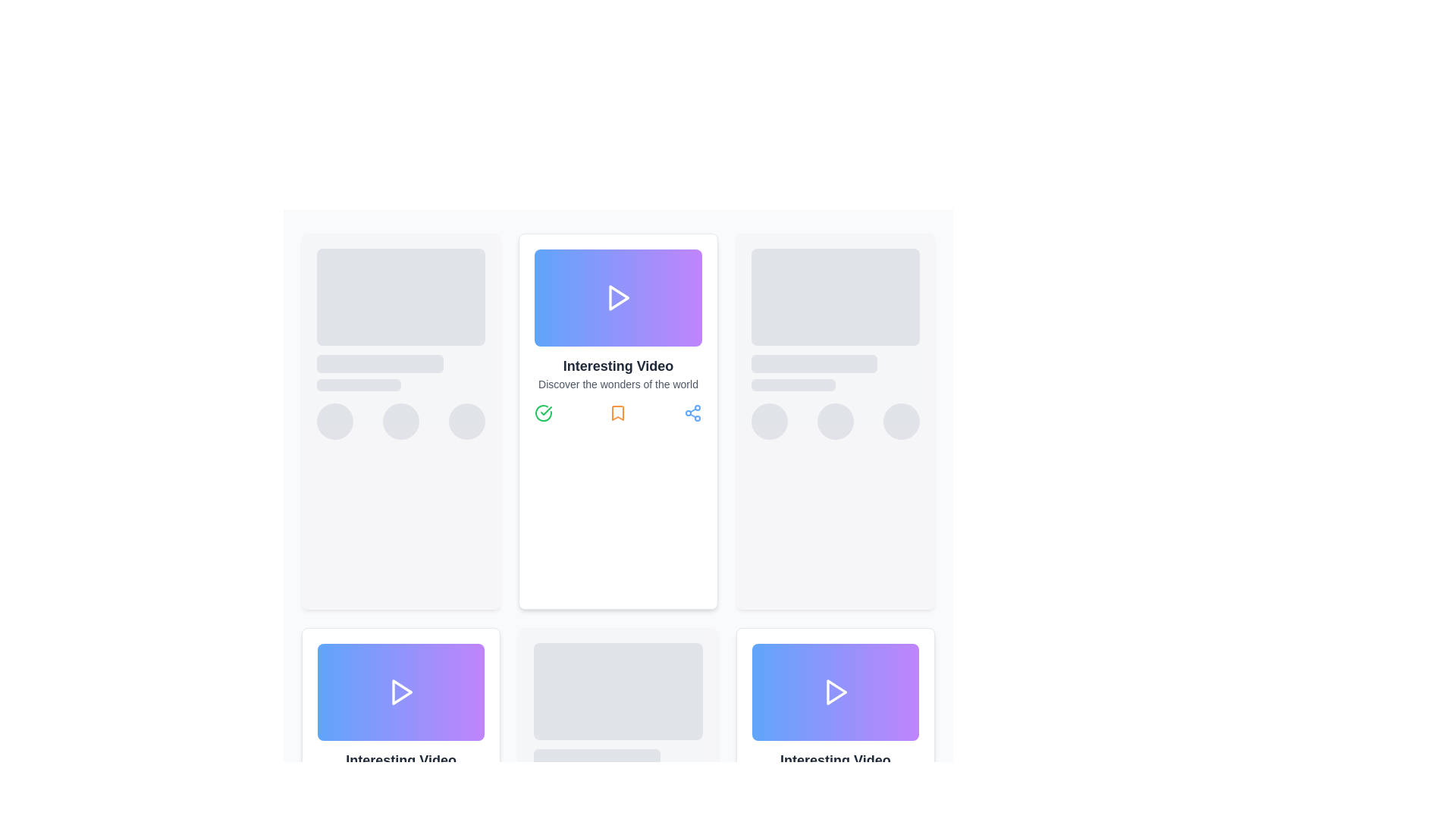 The image size is (1456, 819). I want to click on the Text label that provides descriptive information below the 'Interesting Video' heading in the central card layout, so click(618, 383).